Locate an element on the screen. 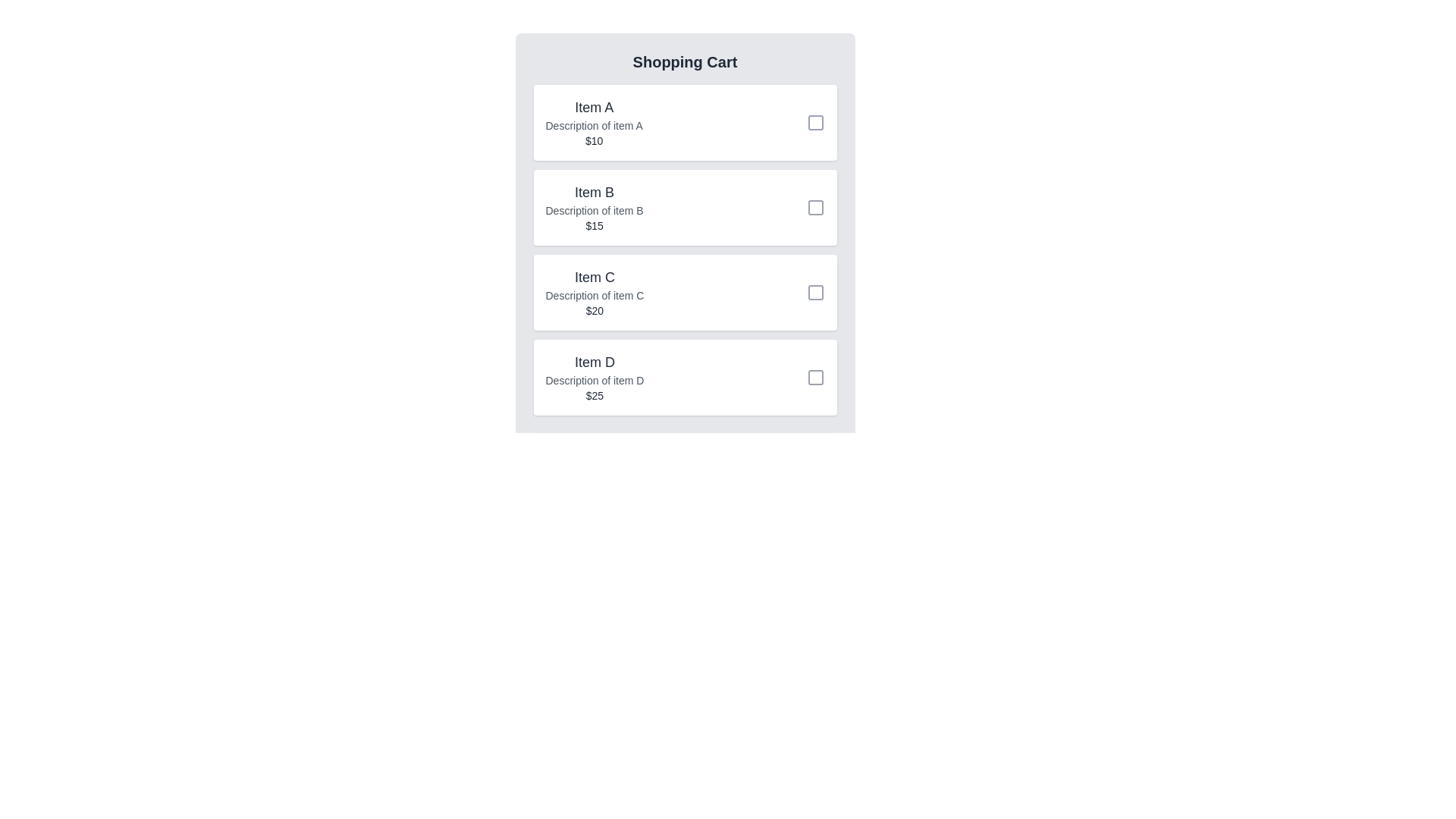 Image resolution: width=1456 pixels, height=819 pixels. the textual component displaying 'Description of item B' in gray font, which is located beneath the 'Item B' title in the shopping cart interface is located at coordinates (594, 210).